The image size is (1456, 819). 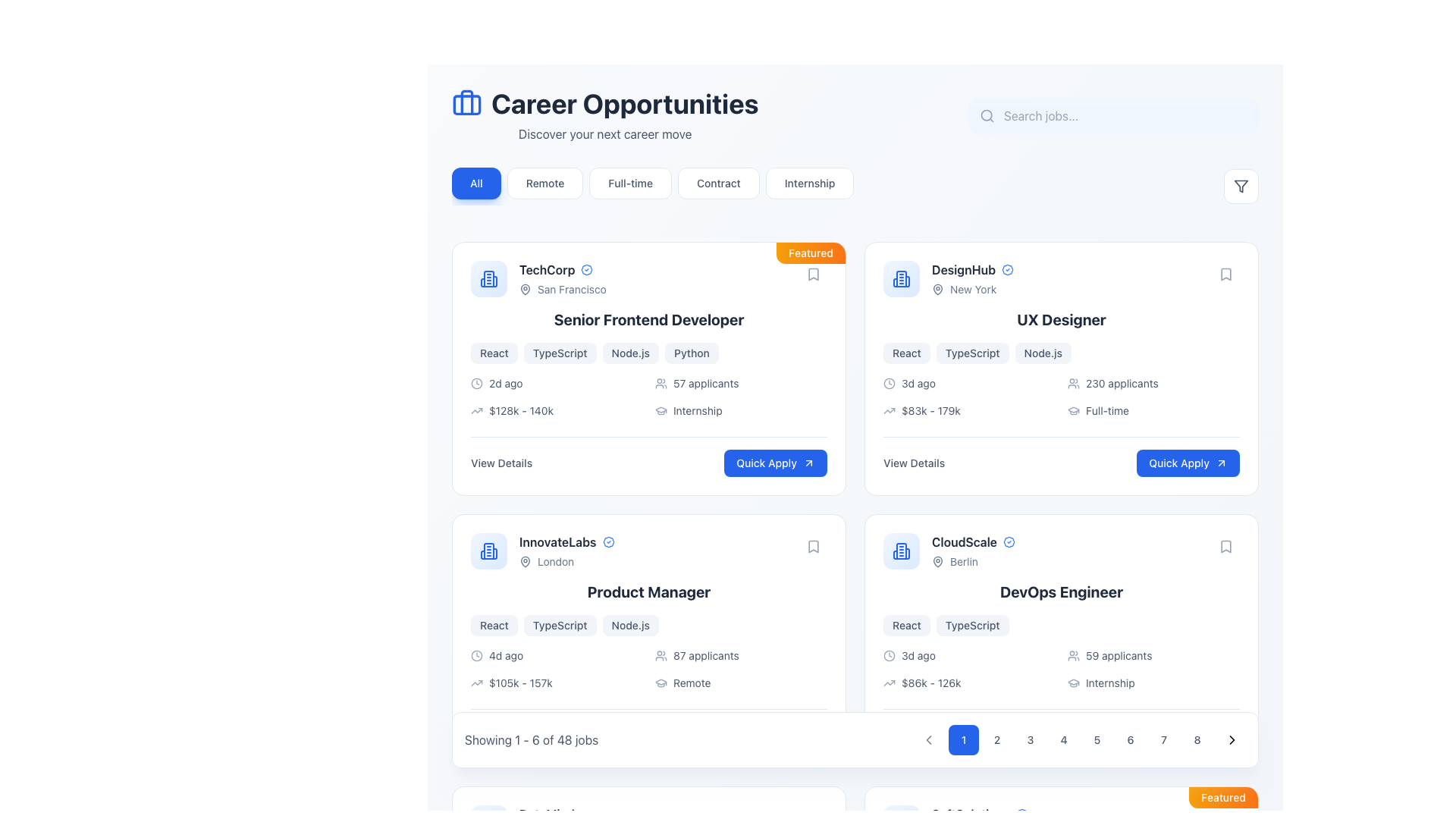 What do you see at coordinates (1223, 797) in the screenshot?
I see `the 'Featured' badge positioned at the top-right corner of the job listing card to draw attention to its premium status` at bounding box center [1223, 797].